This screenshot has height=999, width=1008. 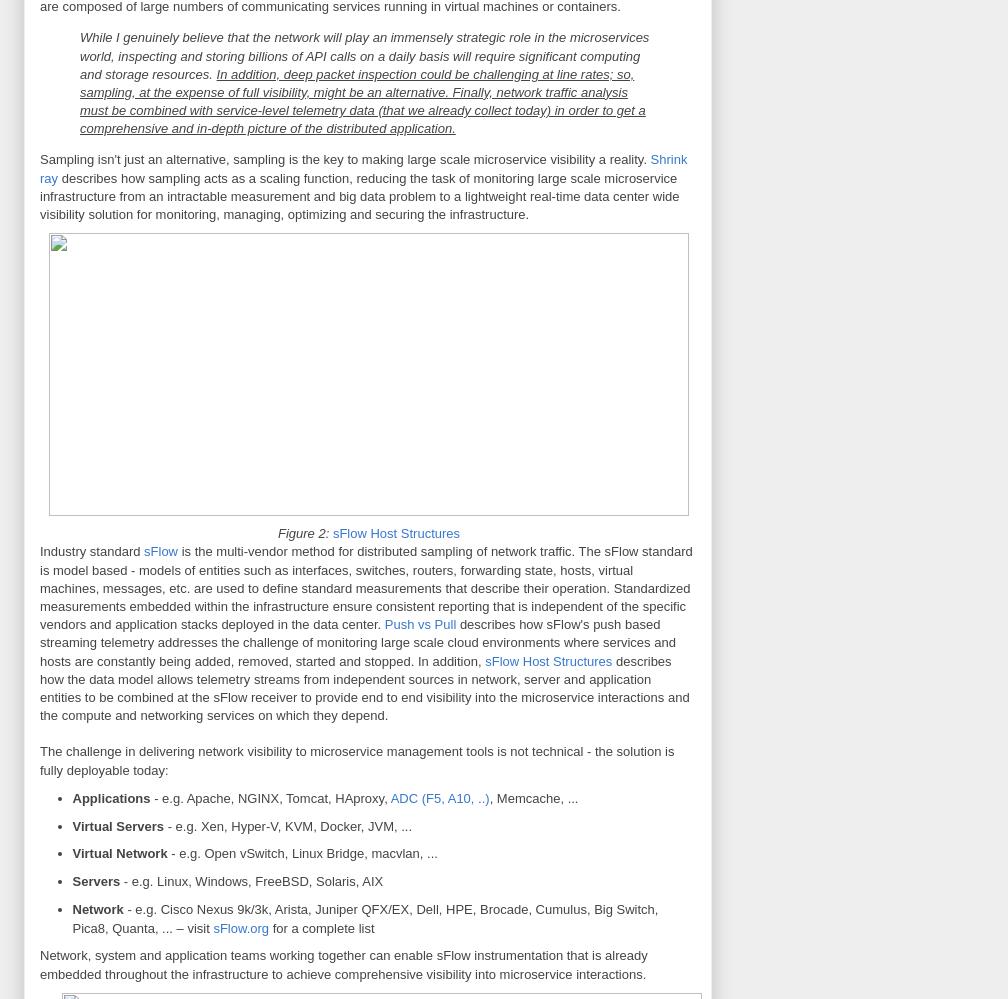 I want to click on ', Memcache, ...', so click(x=533, y=797).